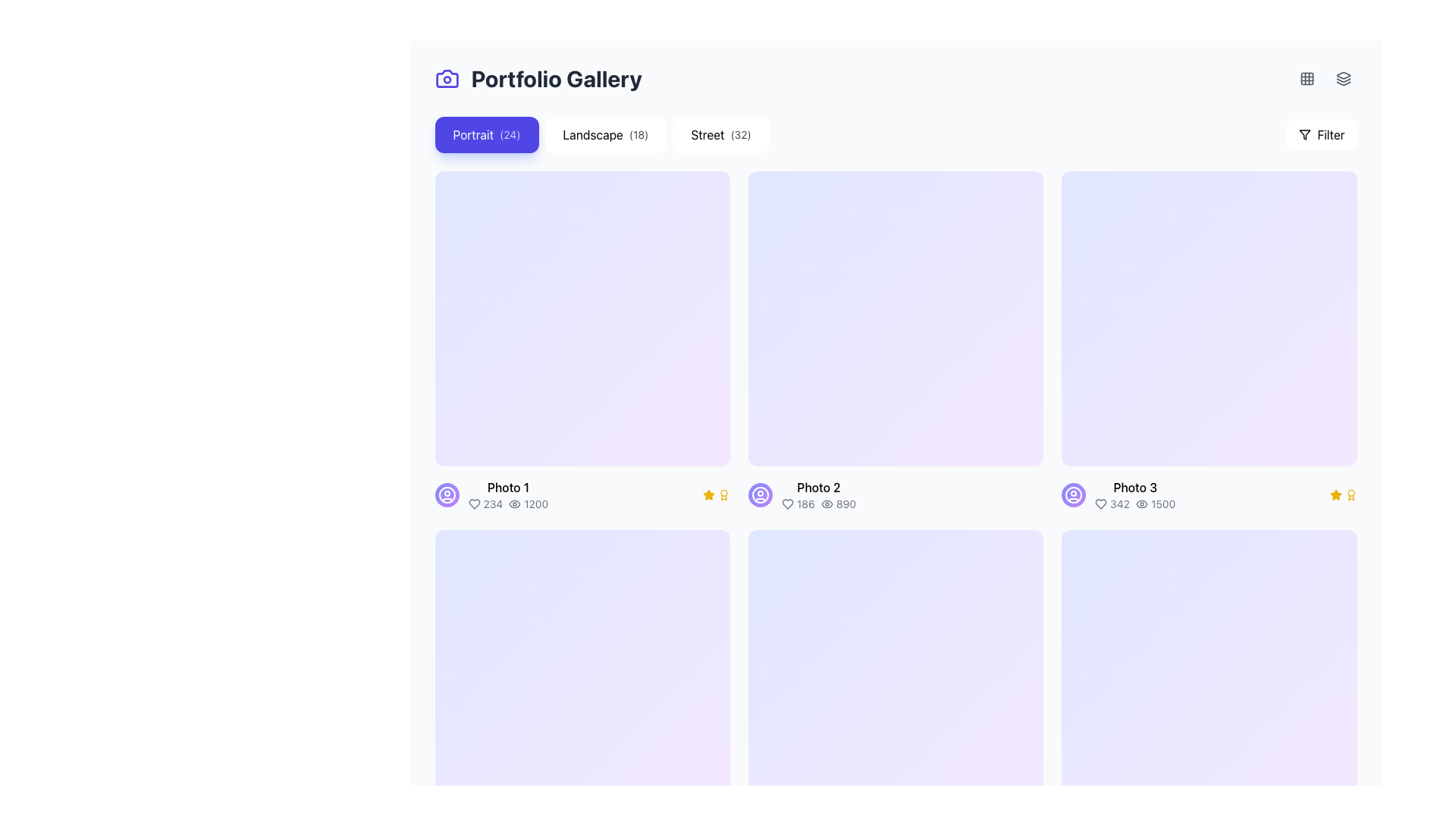 This screenshot has width=1456, height=819. What do you see at coordinates (446, 495) in the screenshot?
I see `the circular graphical icon located in the top-left corner of the 'Photo 1' box` at bounding box center [446, 495].